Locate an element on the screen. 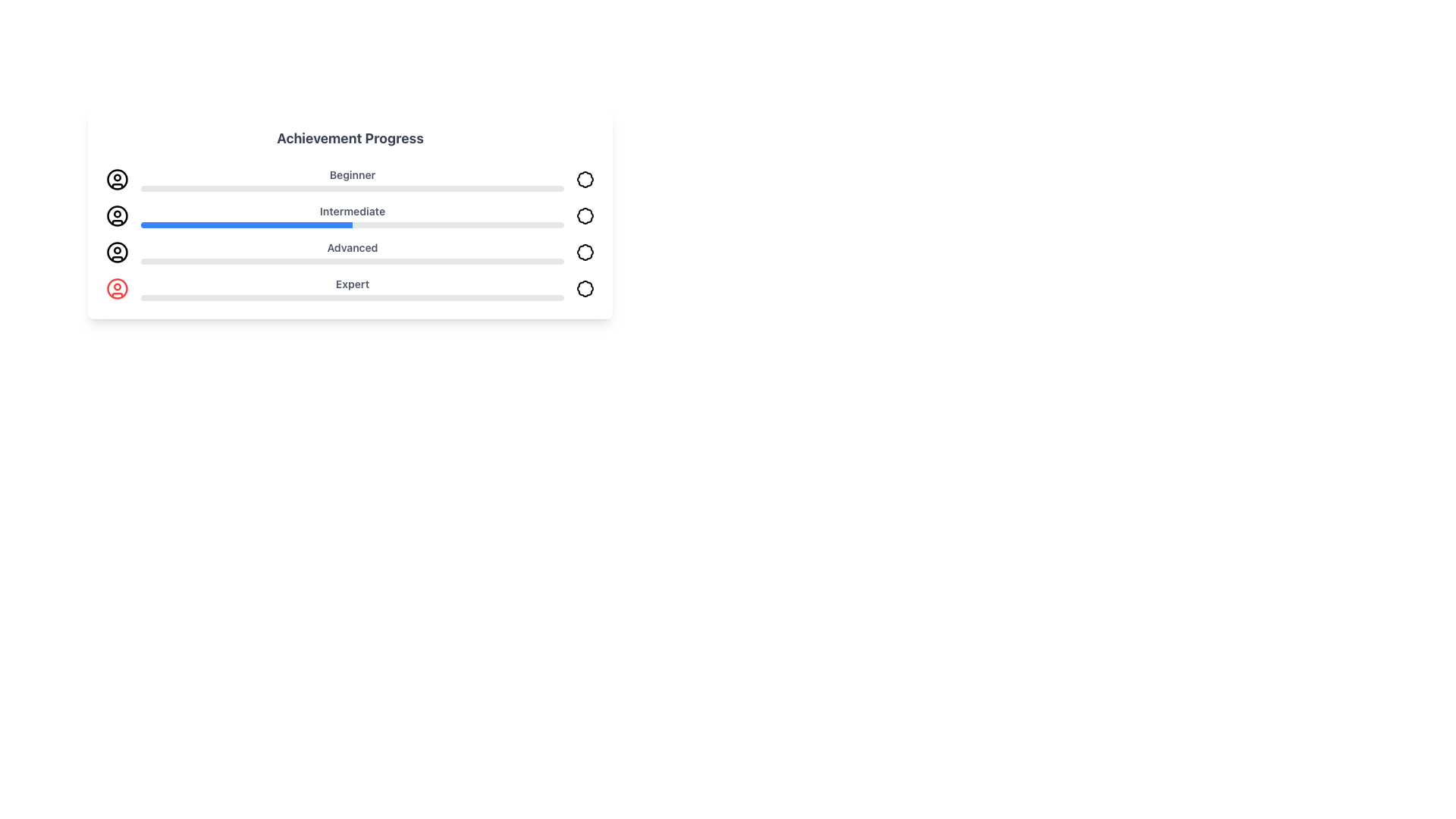 This screenshot has height=819, width=1456. the 'Intermediate' level SVG Icon, which is the second user profile icon in the achievement progress interface is located at coordinates (116, 216).